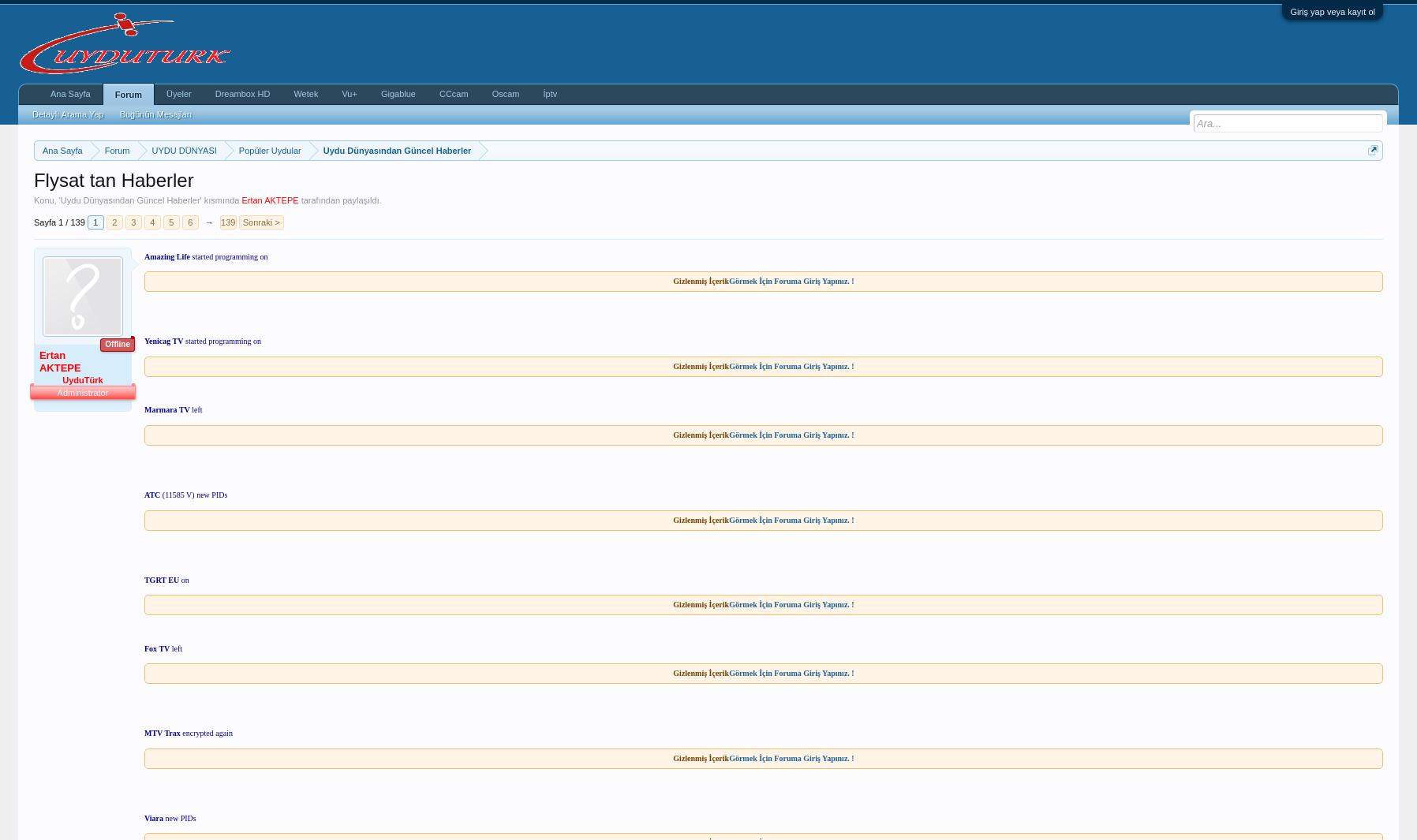 This screenshot has width=1417, height=840. I want to click on 'Marmara TV', so click(142, 409).